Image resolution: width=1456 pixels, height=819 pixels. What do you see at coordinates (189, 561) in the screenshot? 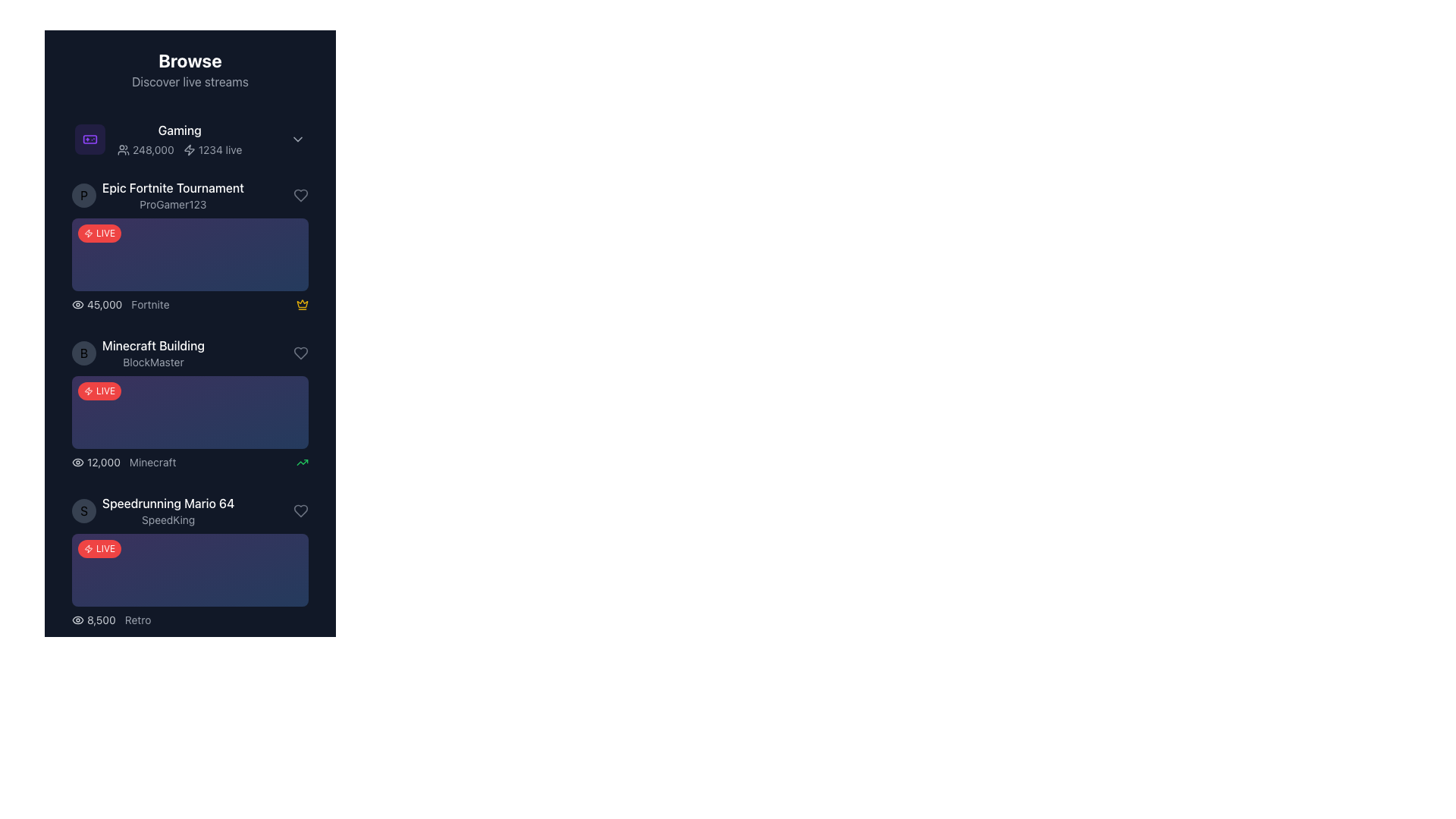
I see `the interactive card that provides a preview of the 'Speedrunning Mario 64' stream, positioned as the third card in a vertical list of streaming channels` at bounding box center [189, 561].